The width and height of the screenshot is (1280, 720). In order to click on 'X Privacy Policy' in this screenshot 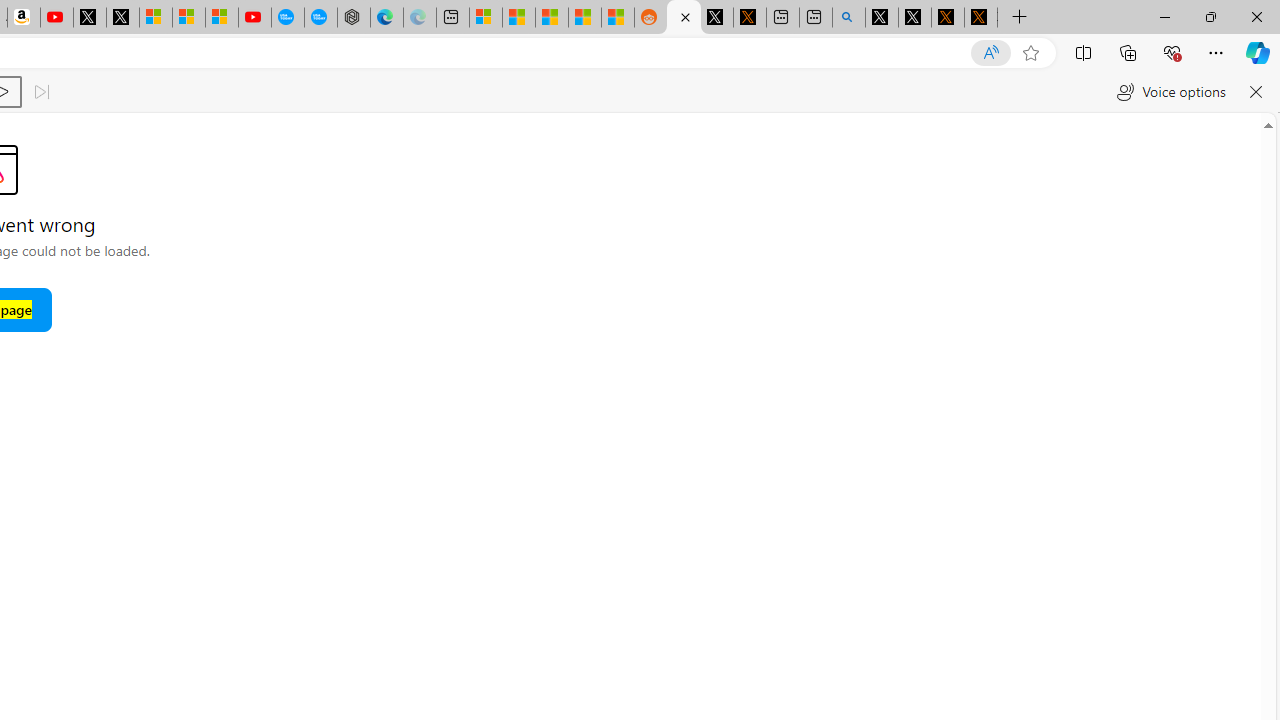, I will do `click(981, 17)`.